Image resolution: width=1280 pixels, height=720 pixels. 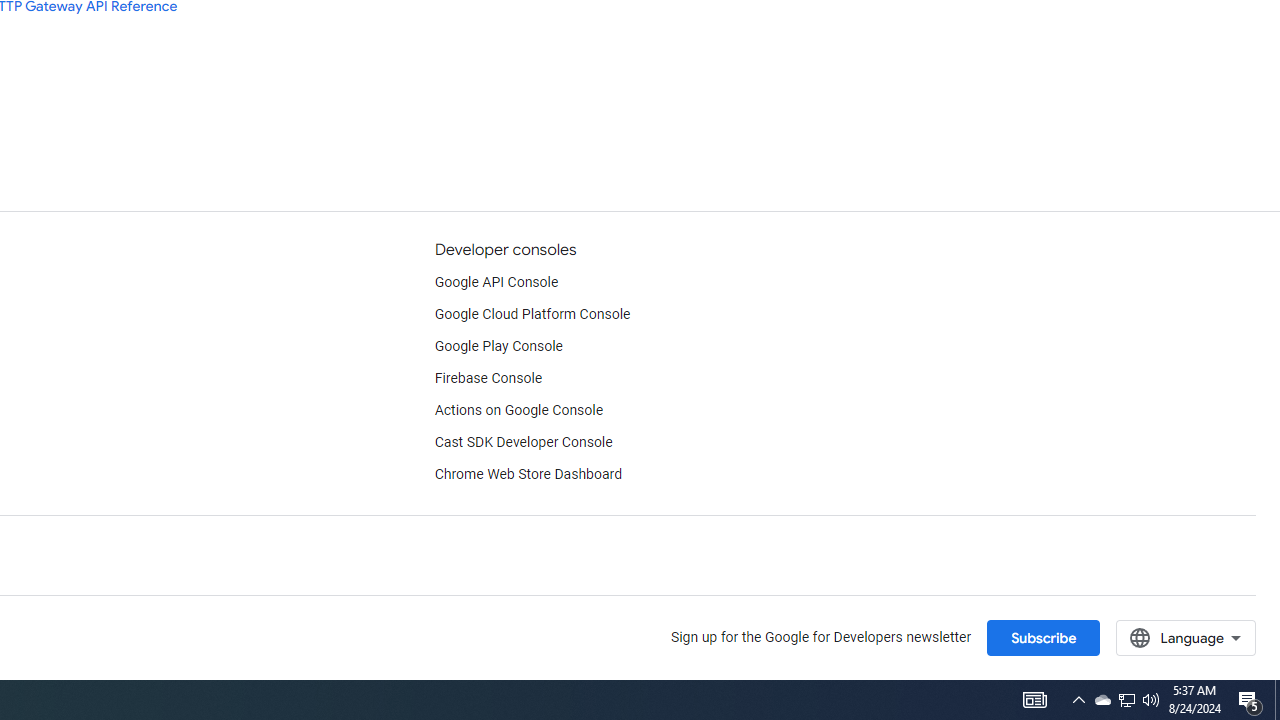 I want to click on 'Google Cloud Platform Console', so click(x=532, y=315).